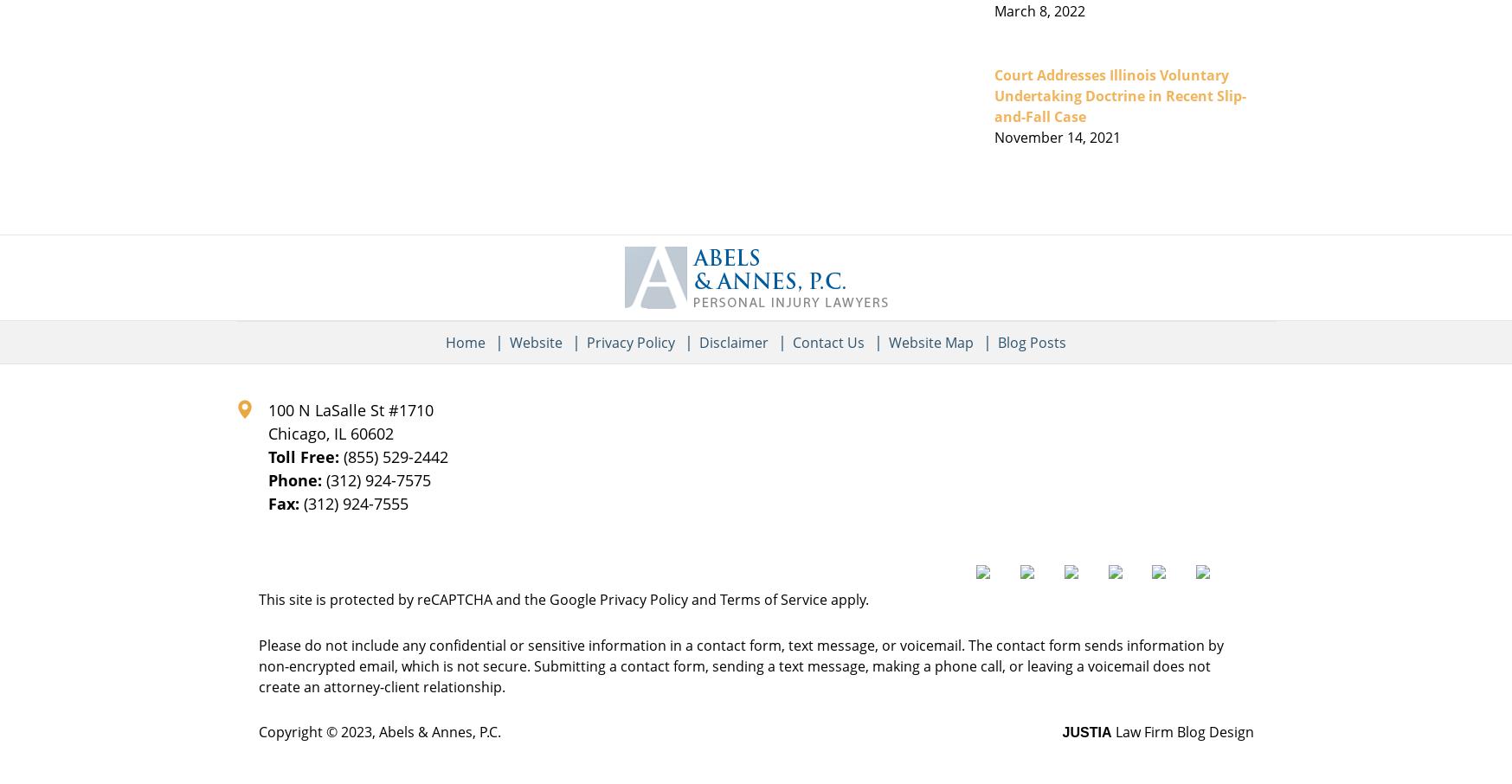 The width and height of the screenshot is (1512, 784). Describe the element at coordinates (350, 433) in the screenshot. I see `'60602'` at that location.